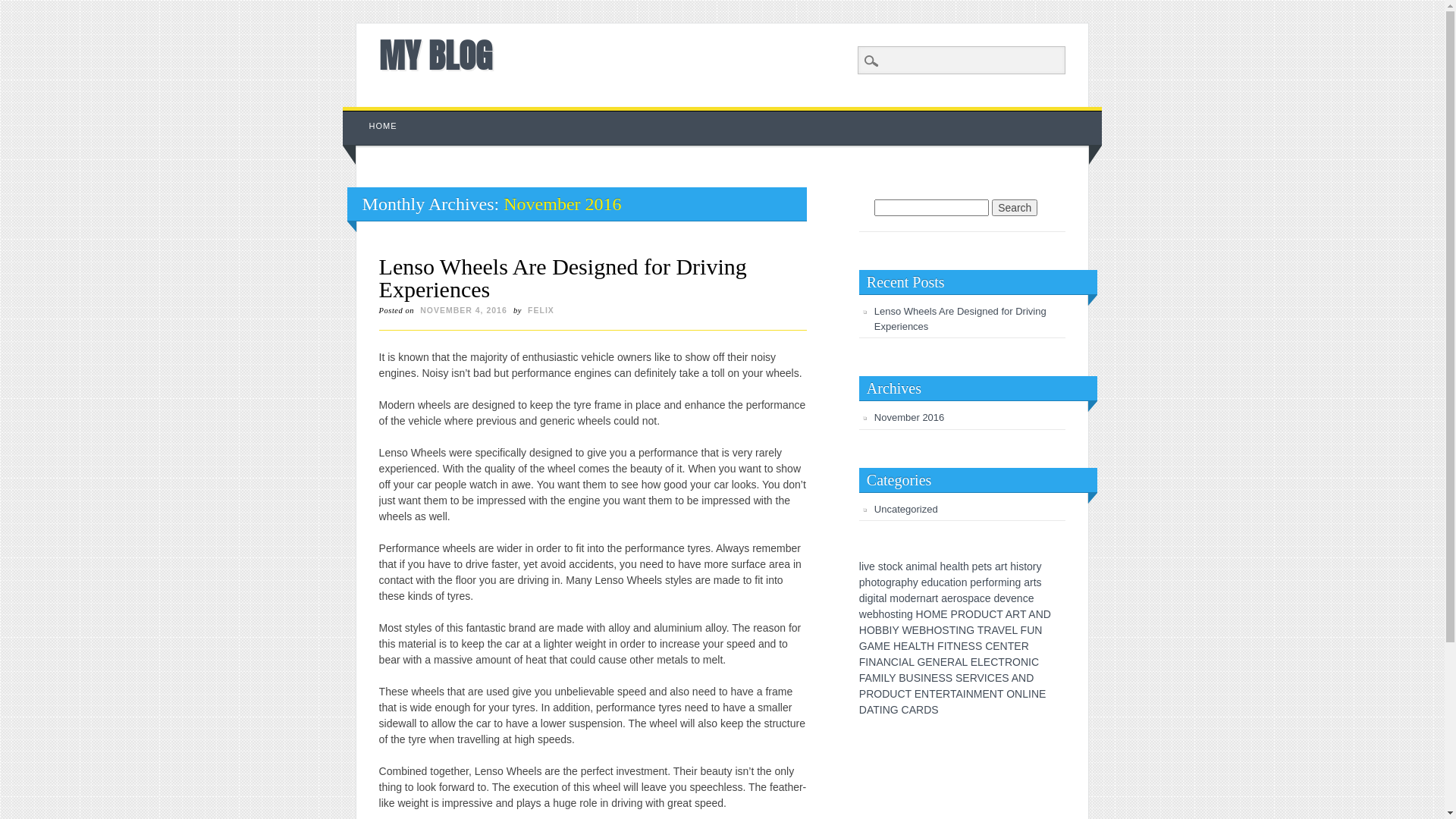 The image size is (1456, 819). Describe the element at coordinates (1015, 581) in the screenshot. I see `'g'` at that location.